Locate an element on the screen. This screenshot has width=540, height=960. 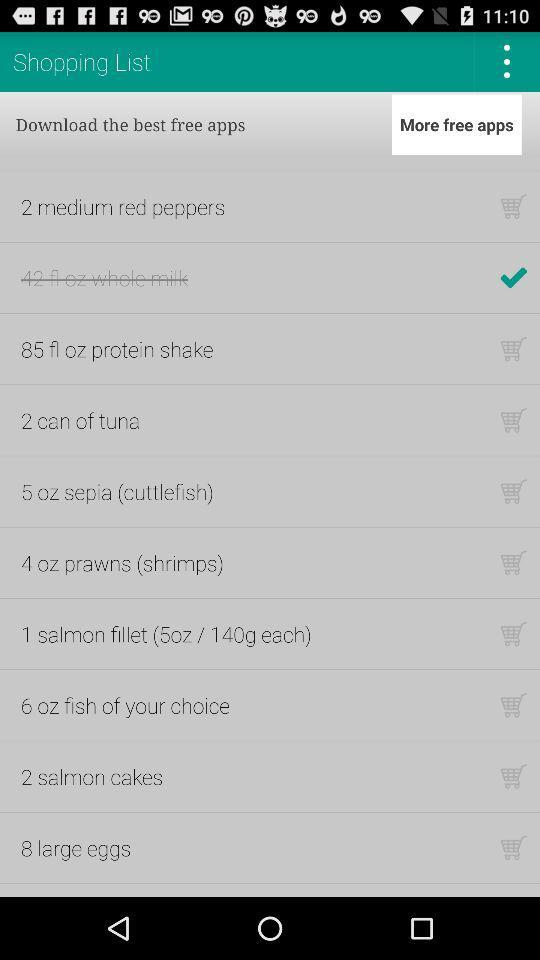
the icon above the 4 oz prawns is located at coordinates (117, 490).